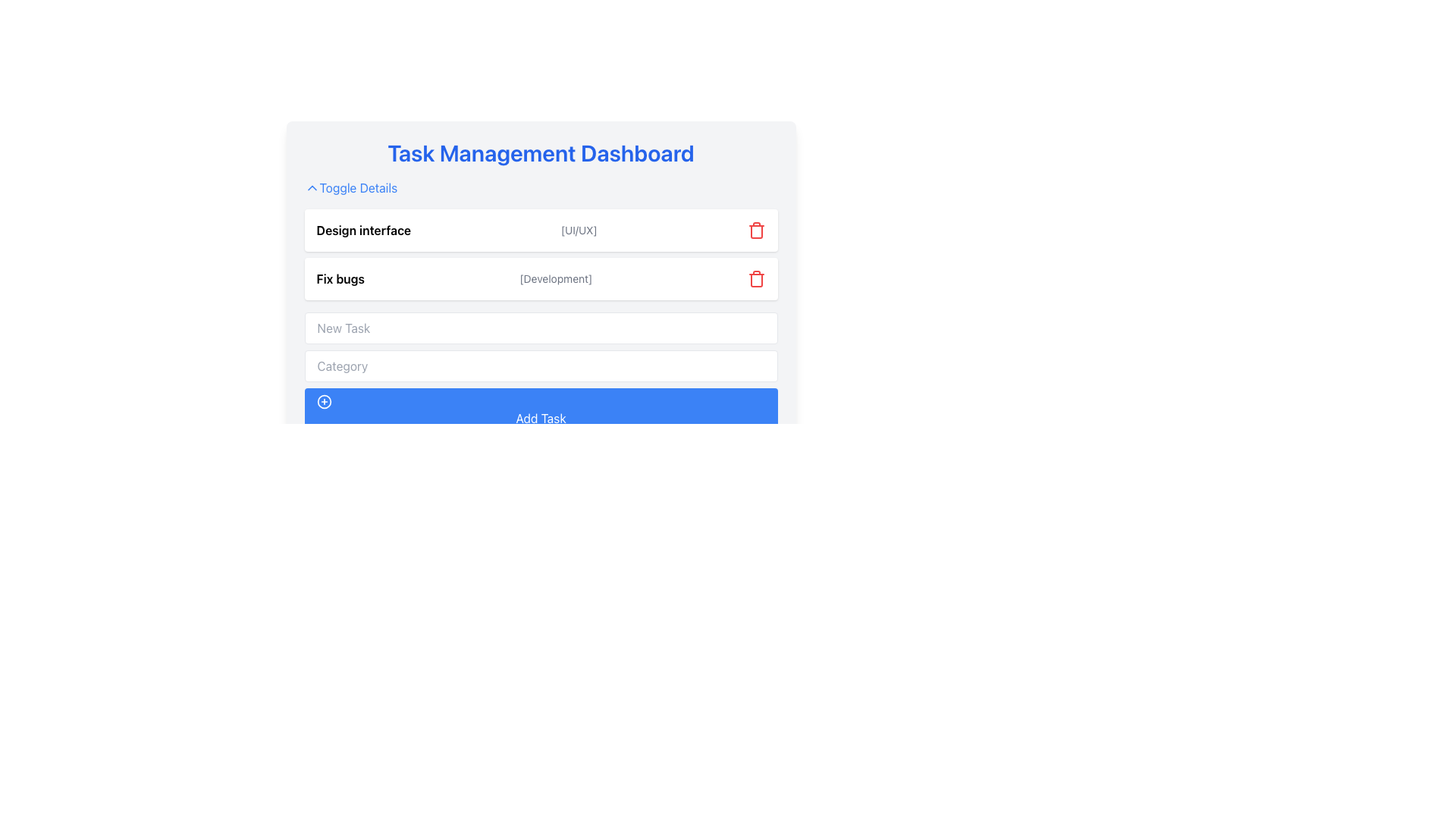  I want to click on the text label '[UI/UX]' which is a grey-colored category tag displayed in a smaller font size, located to the right of the 'Design interface' label in the task entry box, so click(578, 231).